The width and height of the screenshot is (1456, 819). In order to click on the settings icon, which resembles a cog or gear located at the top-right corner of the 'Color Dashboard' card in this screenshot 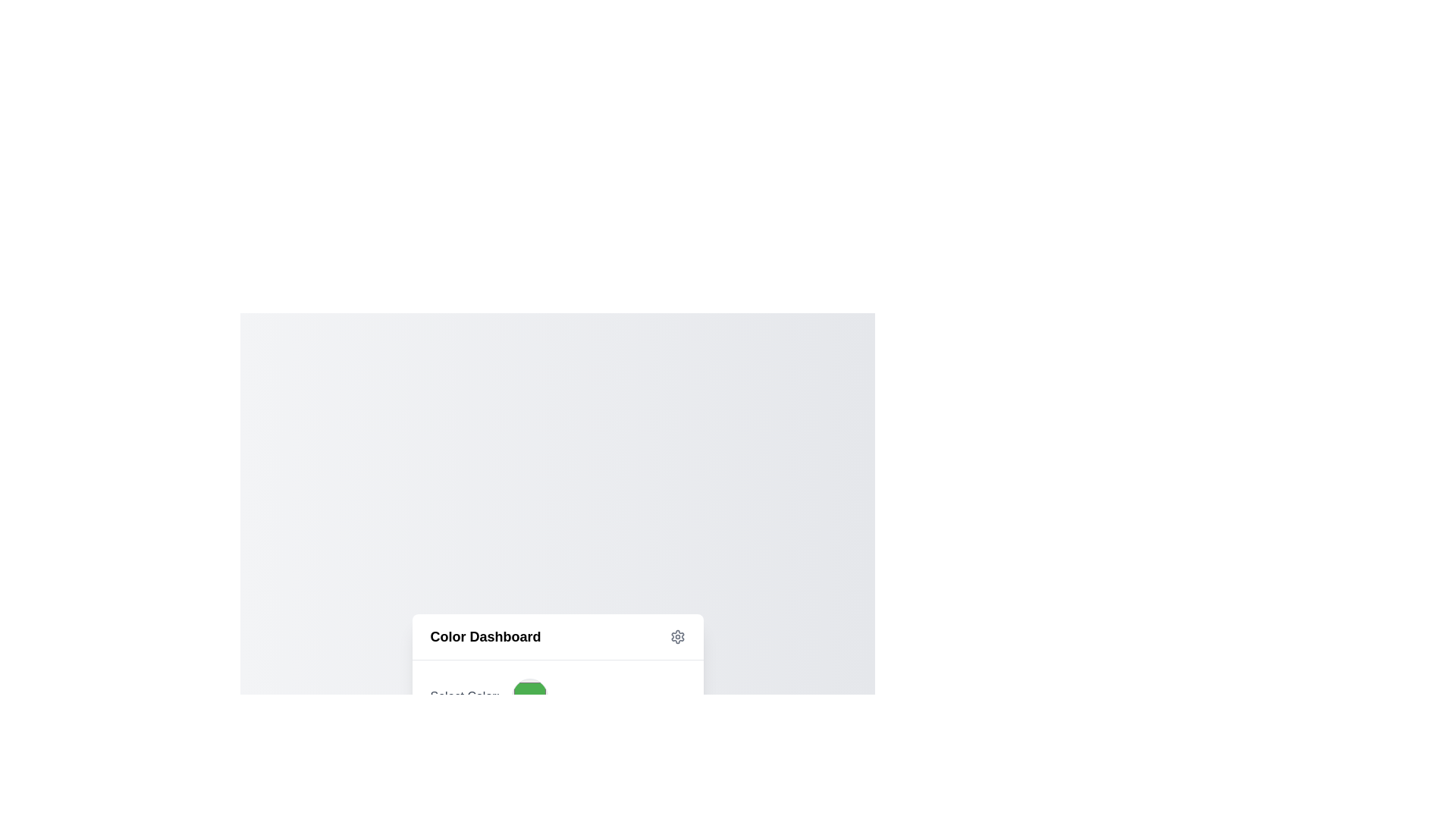, I will do `click(676, 637)`.